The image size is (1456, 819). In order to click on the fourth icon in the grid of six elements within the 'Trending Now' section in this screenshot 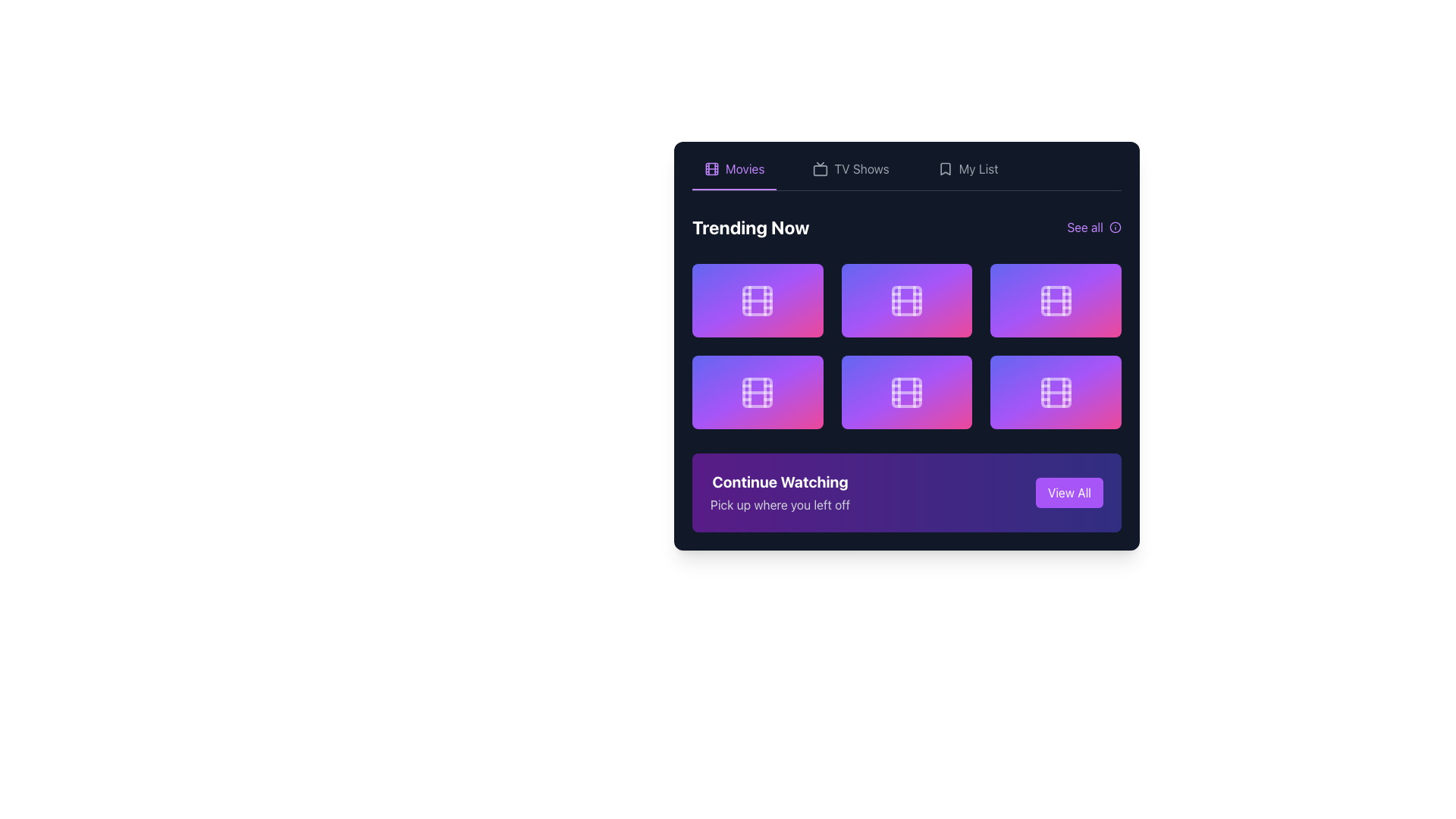, I will do `click(906, 391)`.